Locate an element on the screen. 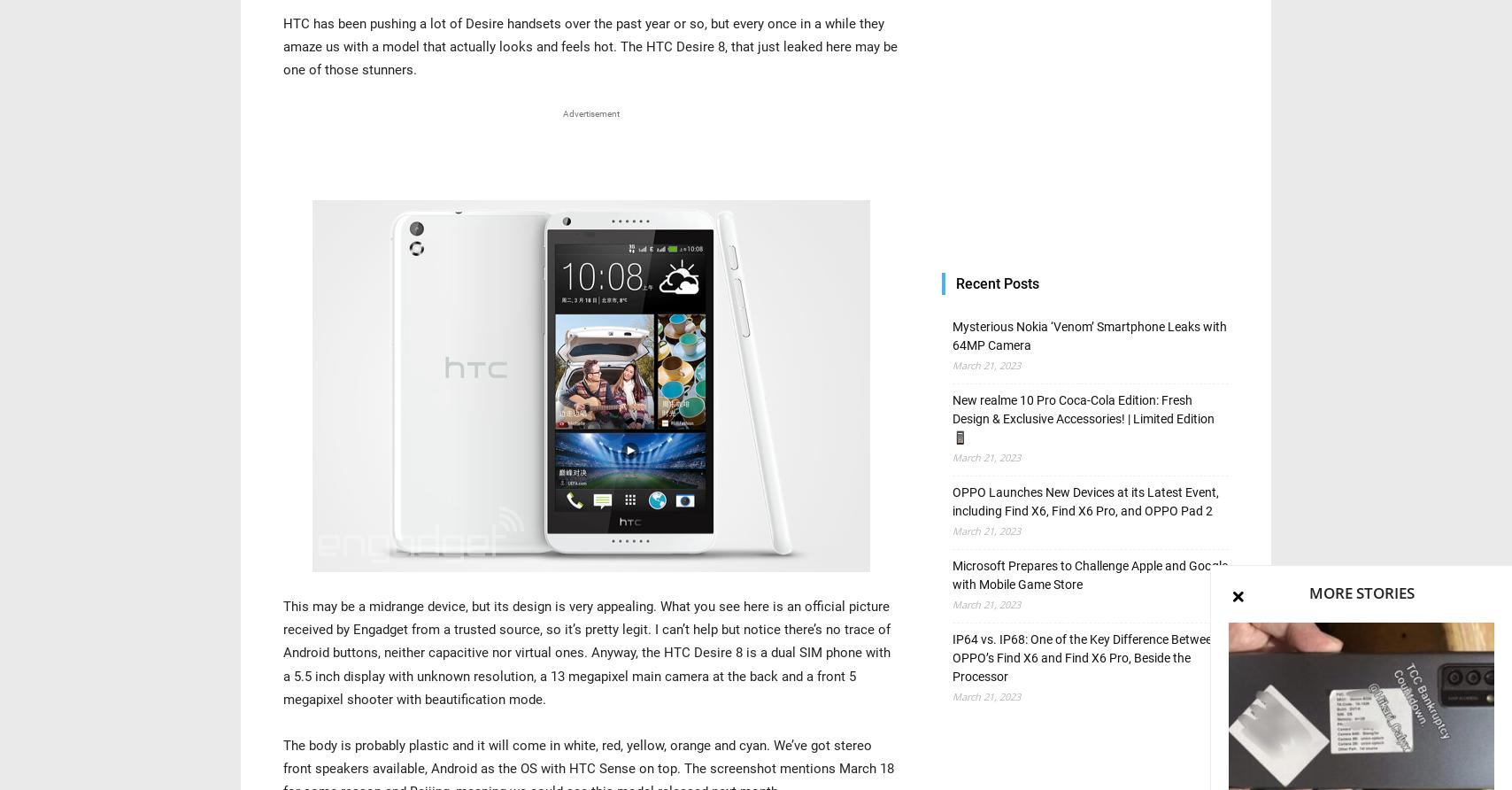 This screenshot has height=790, width=1512. 'IP64 vs. IP68: One of the Key Difference Between OPPO’s Find X6 and Find X6 Pro, Beside the Processor' is located at coordinates (1085, 658).